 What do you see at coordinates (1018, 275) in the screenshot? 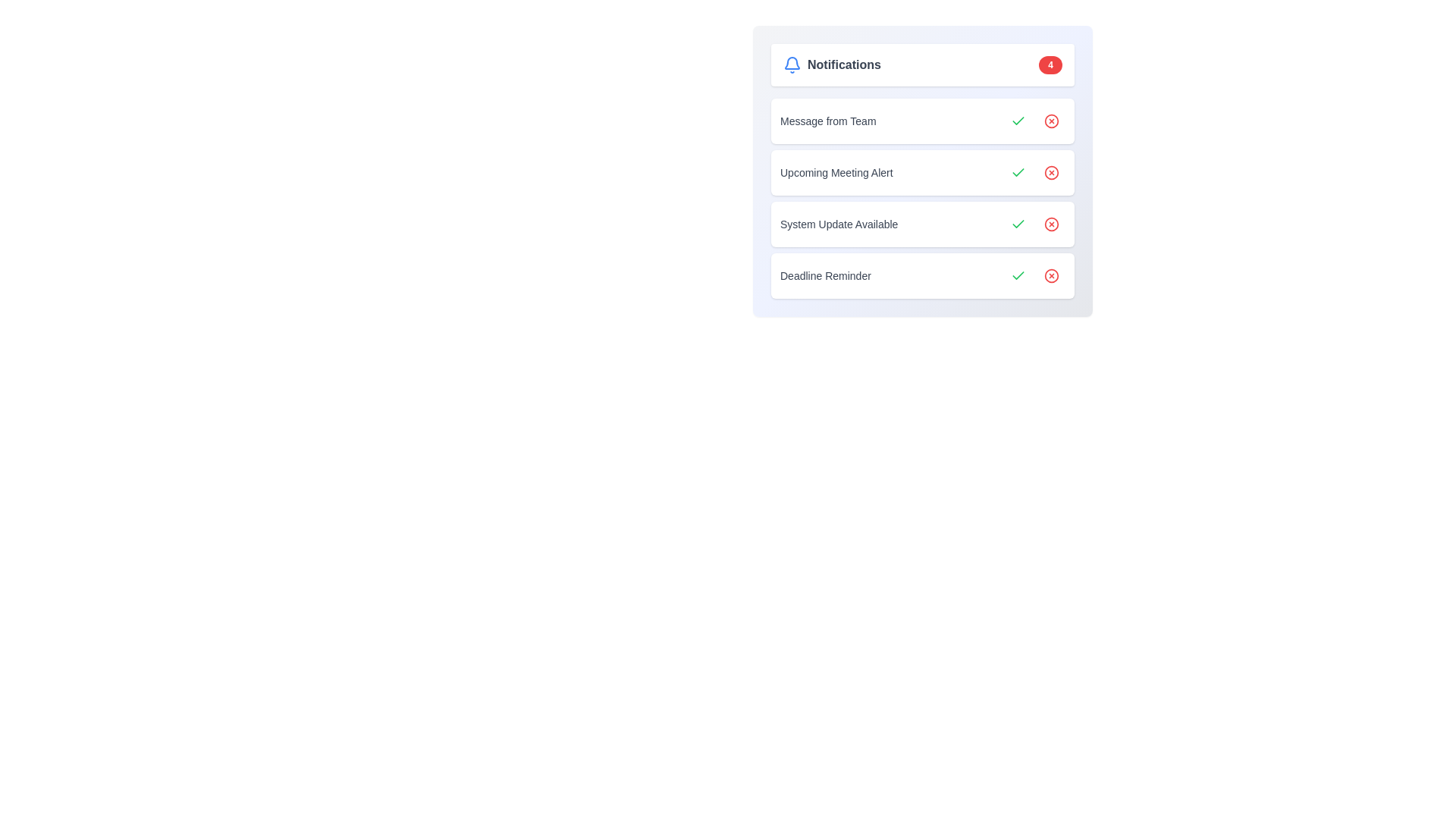
I see `the completed action icon related to the 'Deadline Reminder' notification, located to the right of the 'Deadline Reminder' text in the fourth row of the notification list` at bounding box center [1018, 275].